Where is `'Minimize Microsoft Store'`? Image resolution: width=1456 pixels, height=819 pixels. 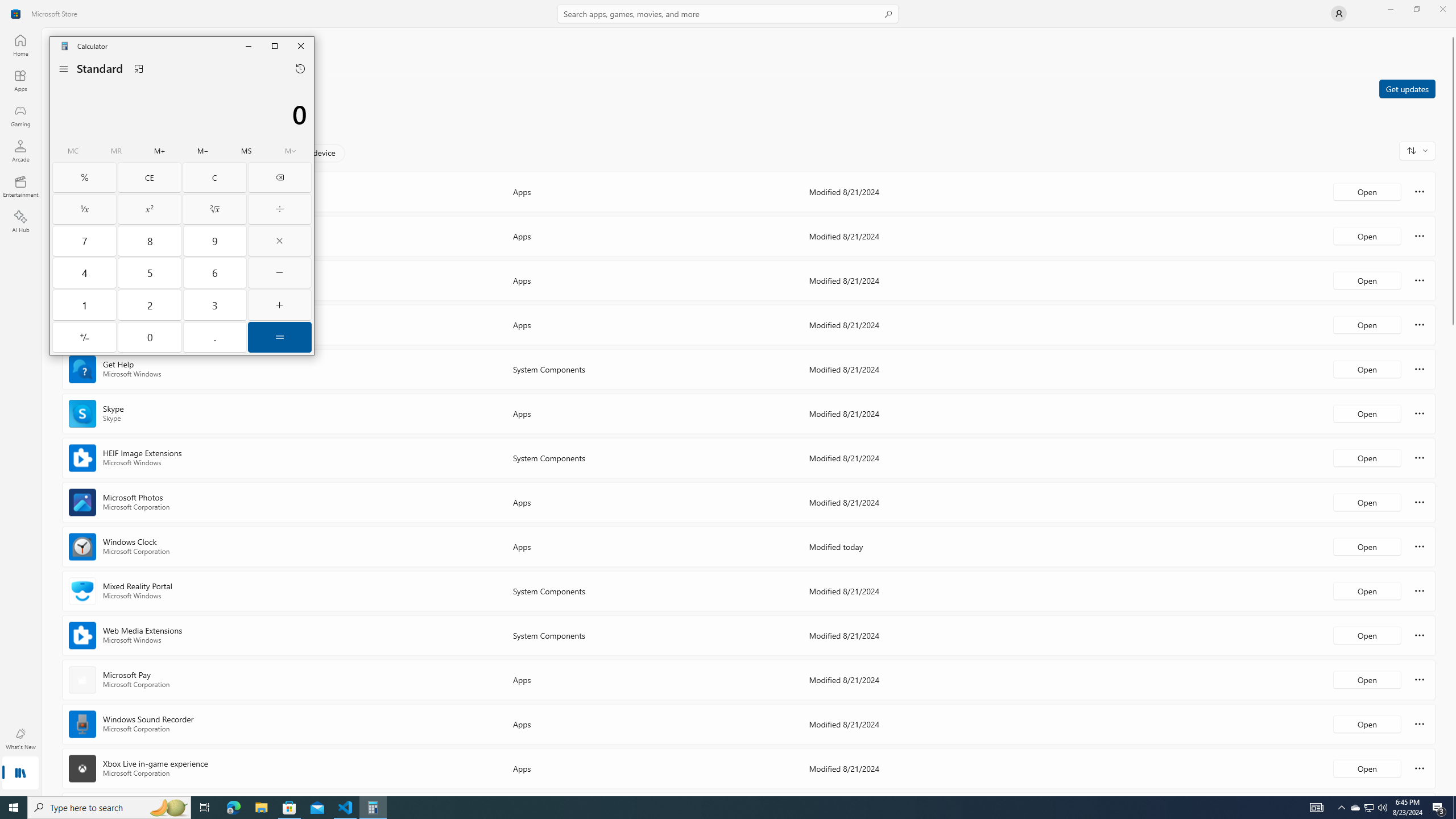 'Minimize Microsoft Store' is located at coordinates (1389, 9).